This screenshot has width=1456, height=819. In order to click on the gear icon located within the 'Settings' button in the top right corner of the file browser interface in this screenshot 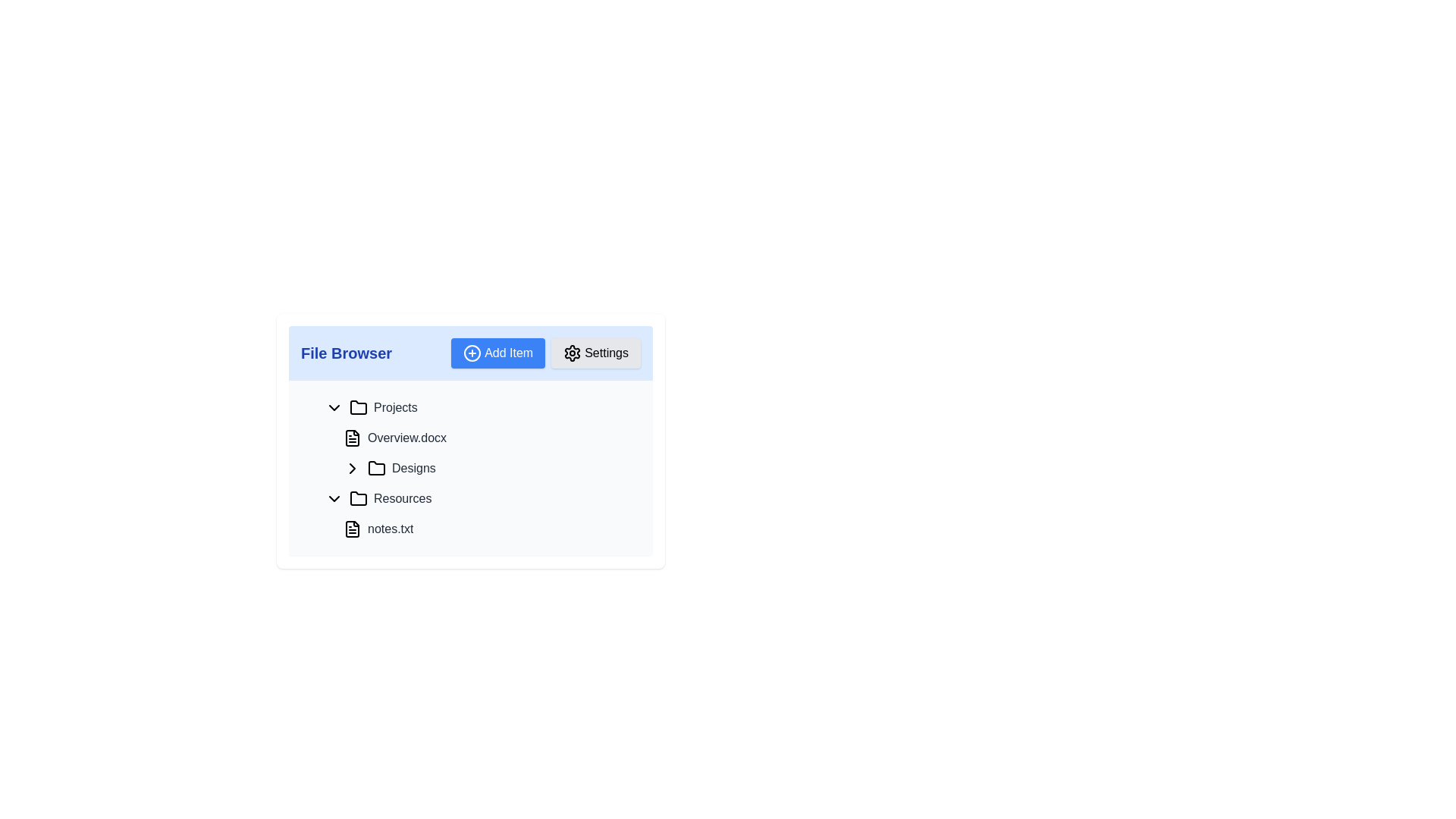, I will do `click(572, 353)`.